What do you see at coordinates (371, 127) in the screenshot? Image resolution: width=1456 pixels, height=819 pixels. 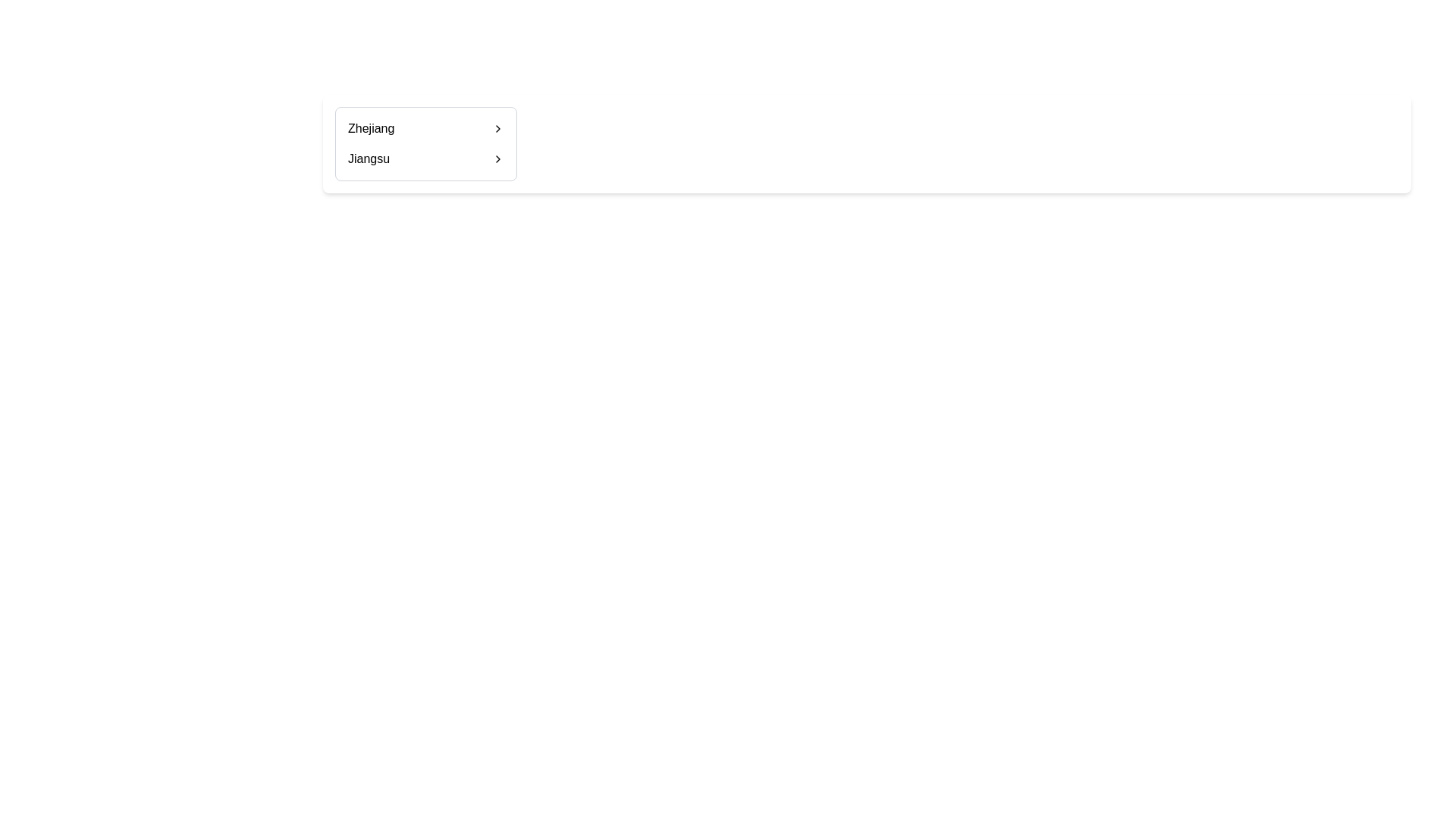 I see `the text label representing the region 'Zhejiang'` at bounding box center [371, 127].